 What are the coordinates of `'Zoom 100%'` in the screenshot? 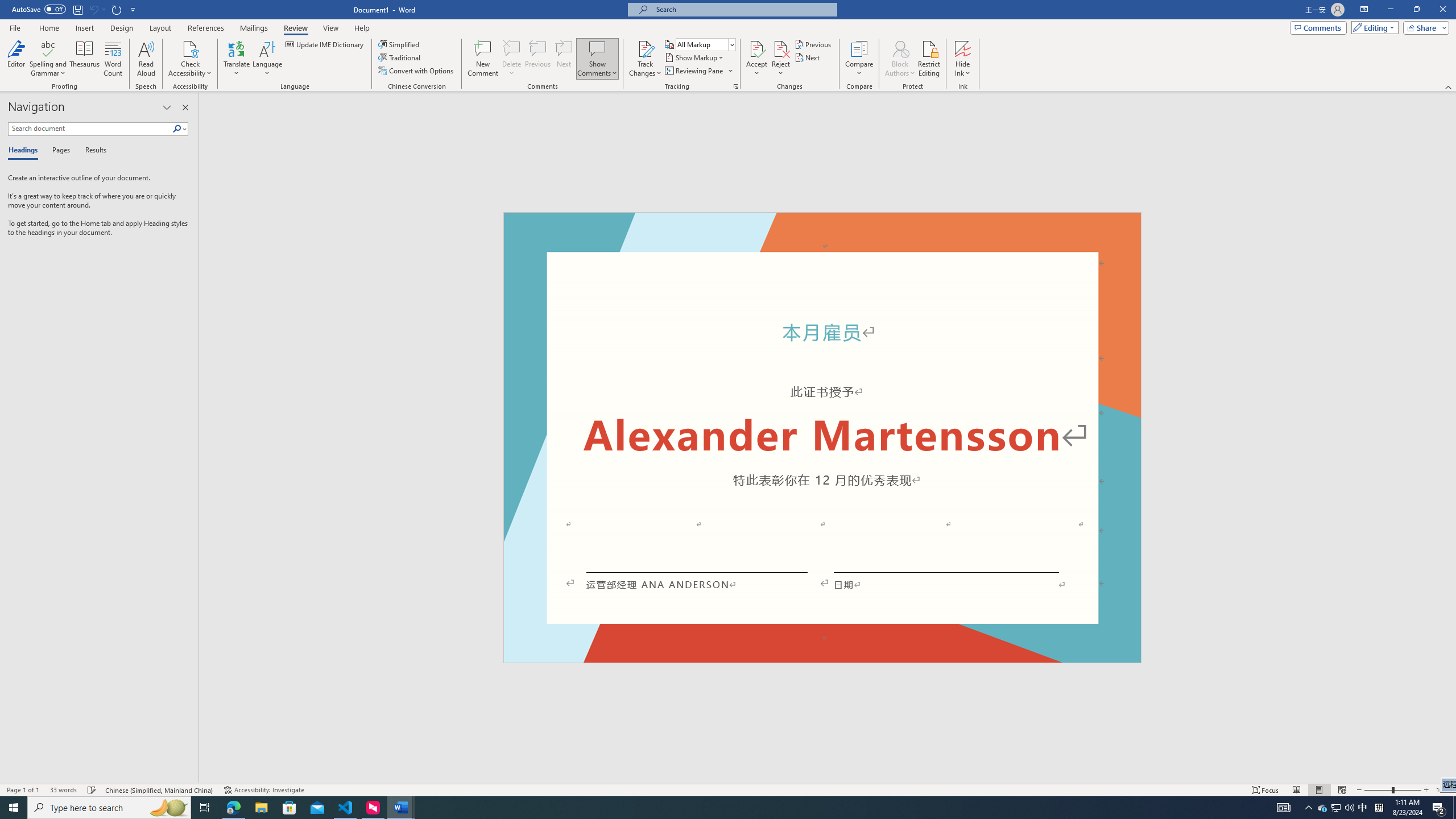 It's located at (1443, 790).